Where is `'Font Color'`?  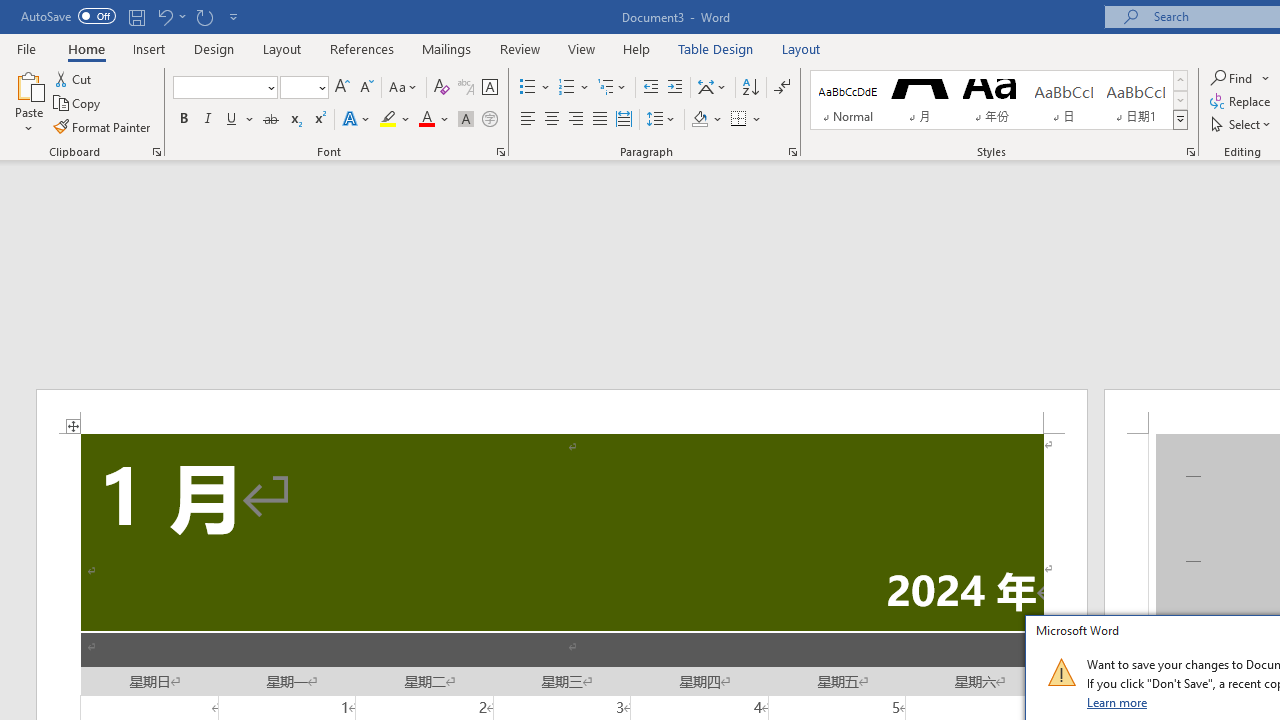
'Font Color' is located at coordinates (433, 119).